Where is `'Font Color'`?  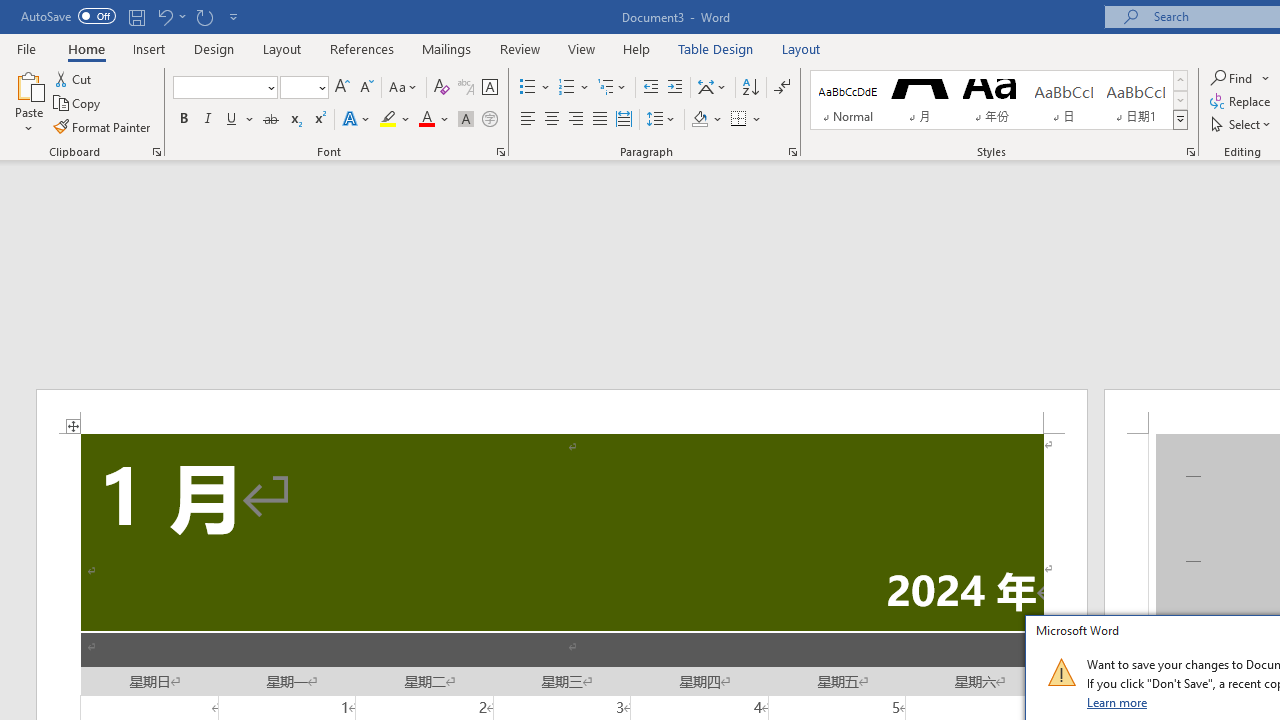
'Font Color' is located at coordinates (433, 119).